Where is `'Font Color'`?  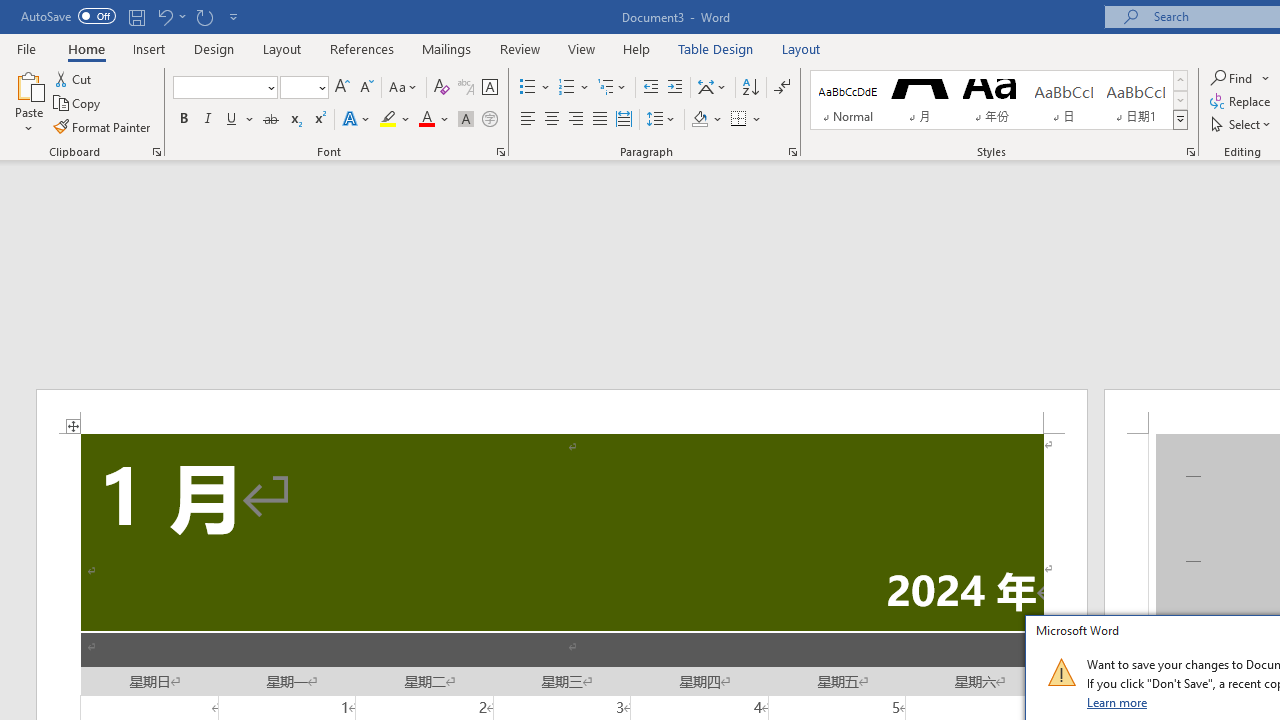
'Font Color' is located at coordinates (433, 119).